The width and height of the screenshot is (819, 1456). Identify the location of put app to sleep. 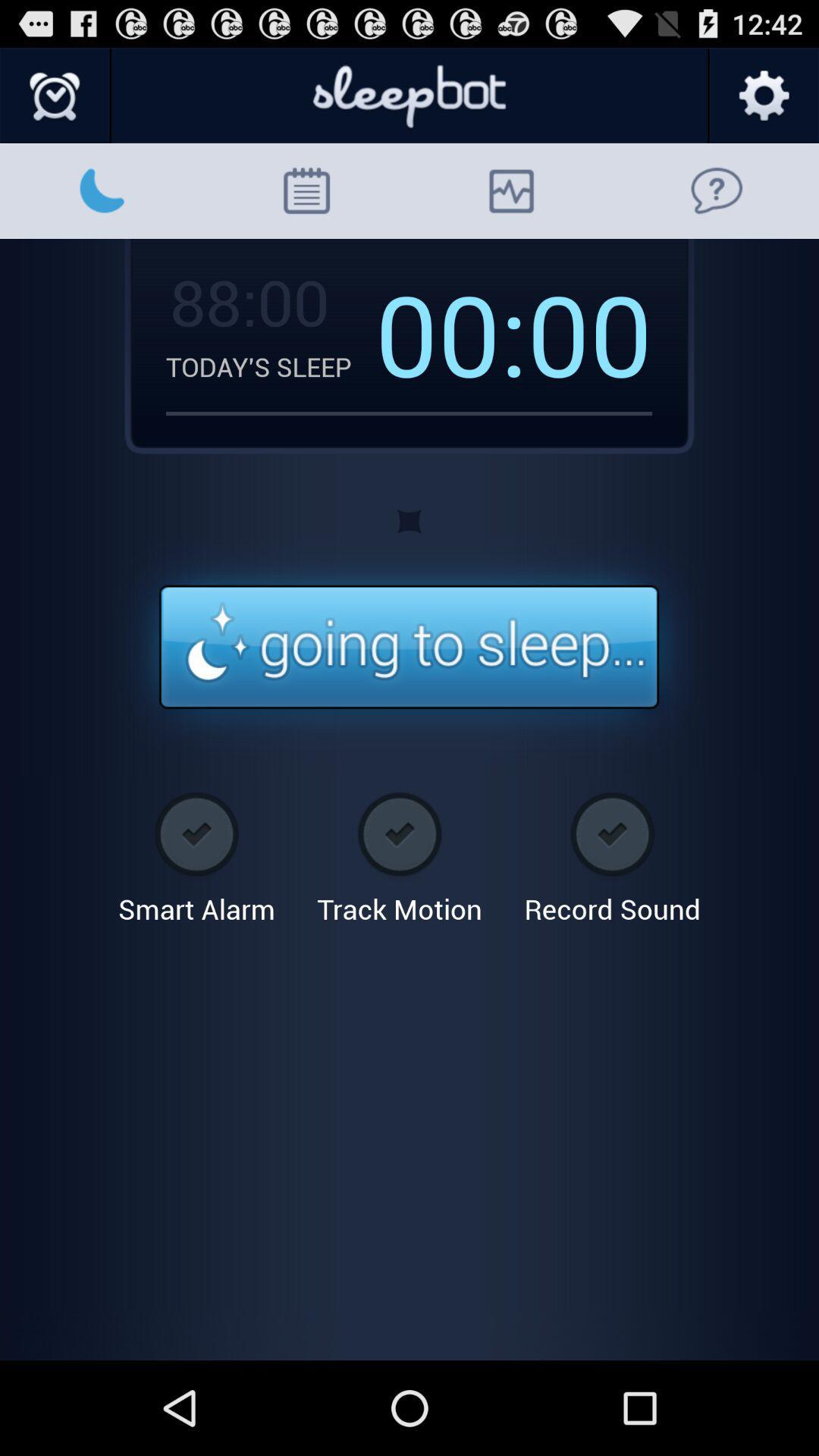
(408, 648).